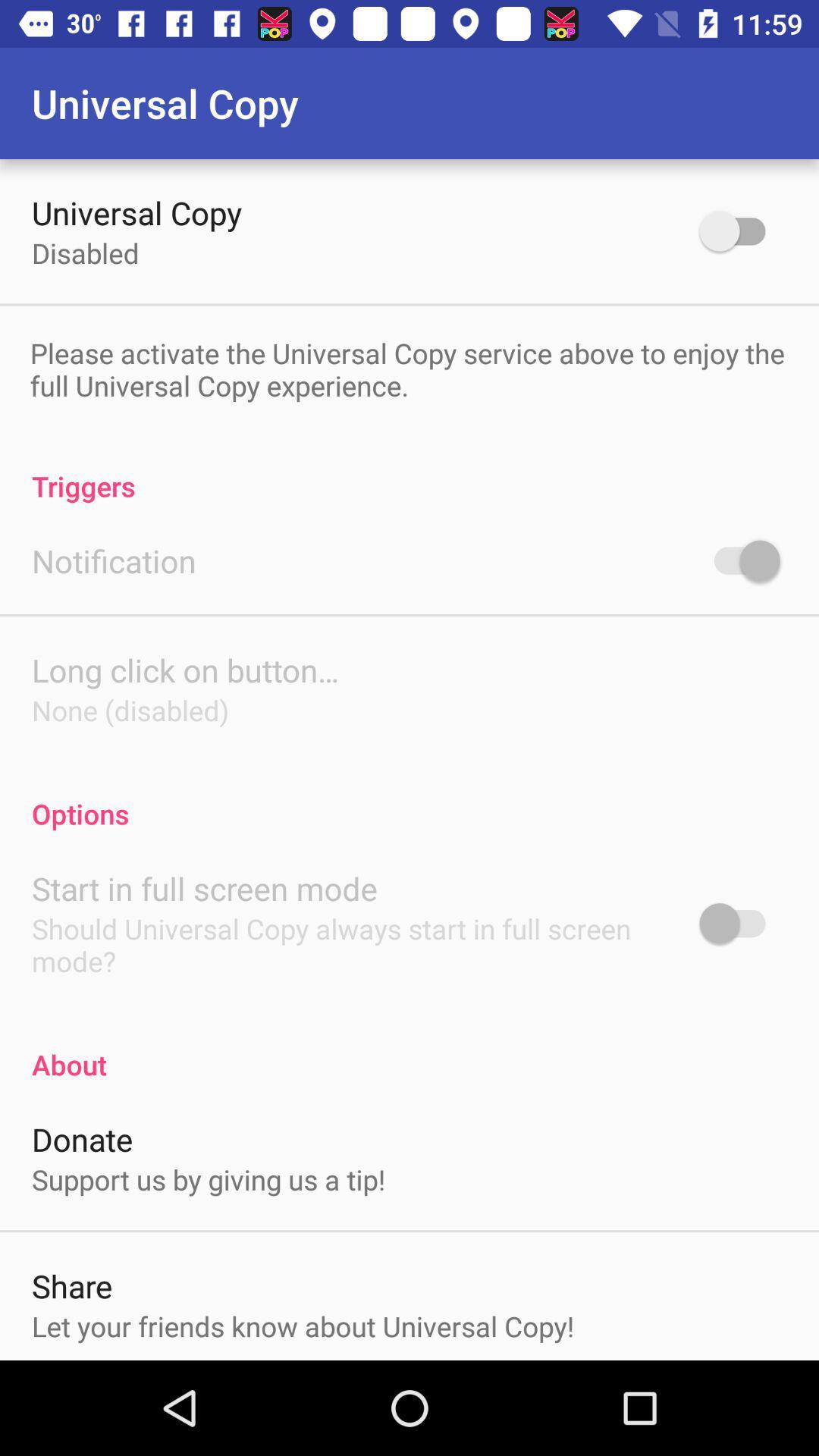 The image size is (819, 1456). Describe the element at coordinates (407, 369) in the screenshot. I see `icon above the triggers` at that location.